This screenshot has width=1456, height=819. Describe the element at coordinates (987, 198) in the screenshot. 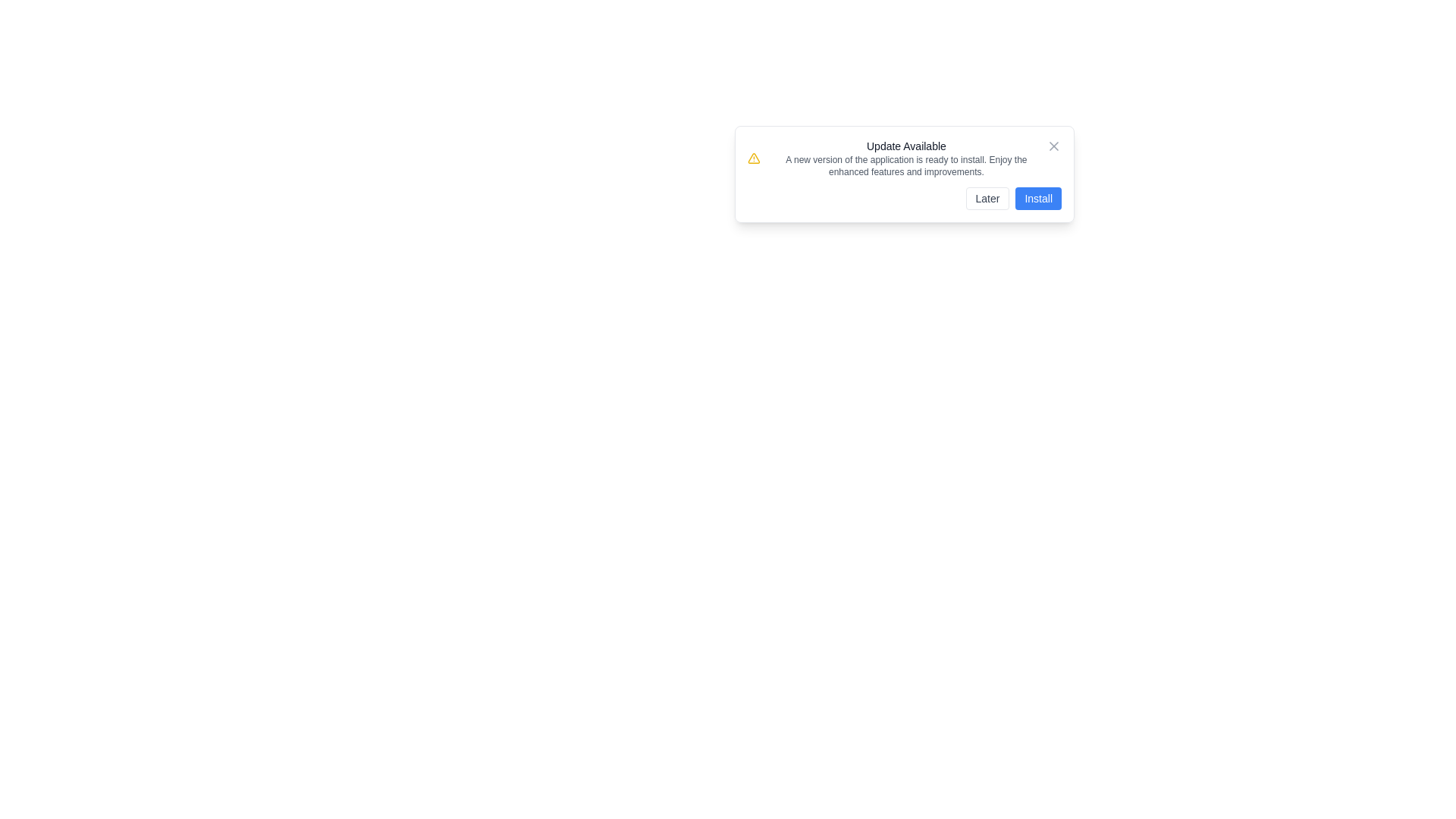

I see `the 'Later' button, which is a rectangular button with a light background and rounded corners, located at the bottom-right corner of the popup dialog` at that location.